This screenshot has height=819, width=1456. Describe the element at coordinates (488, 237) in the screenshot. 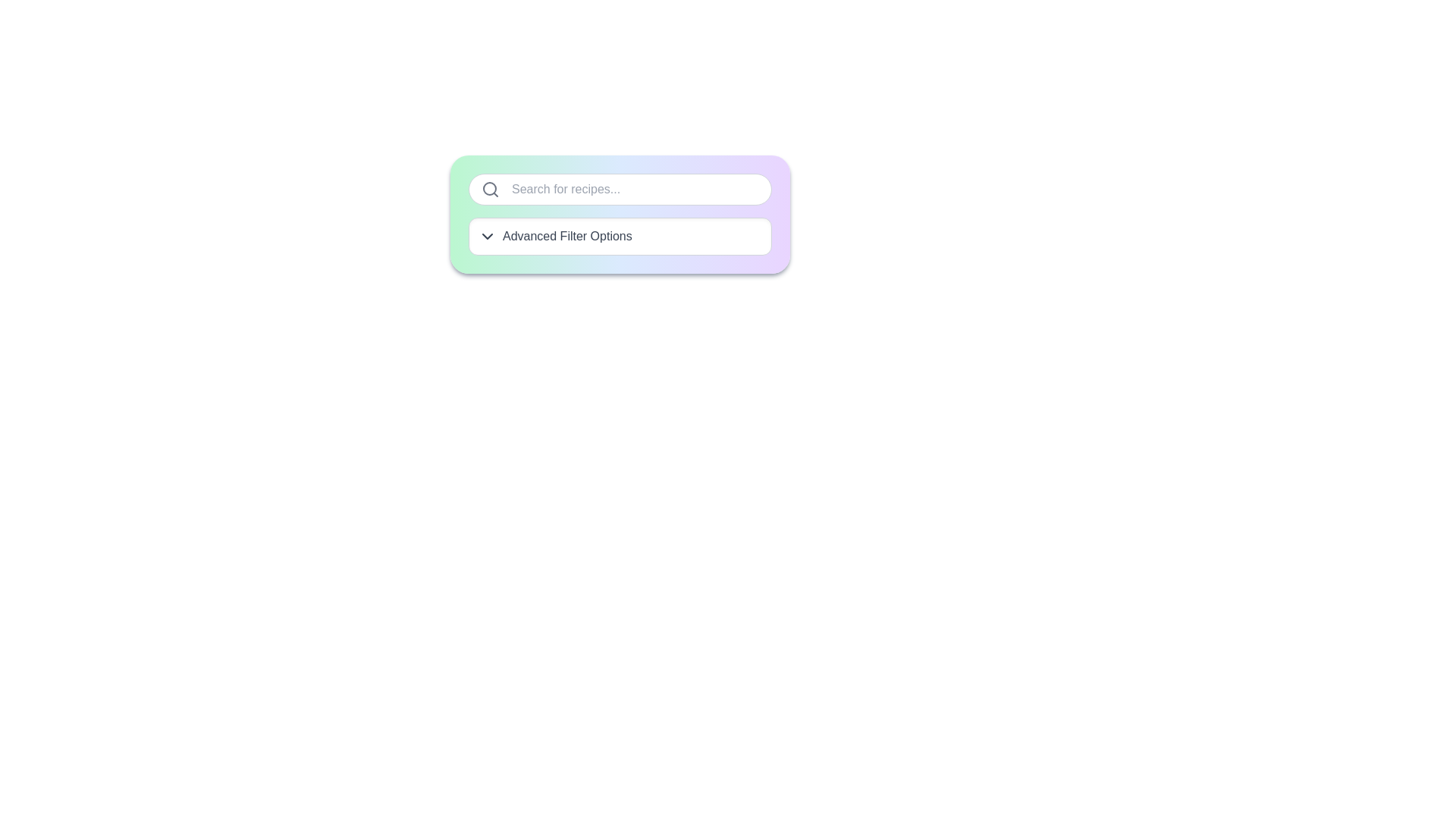

I see `the downward-facing chevron icon located to the left of the 'Advanced Filter Options' label` at that location.